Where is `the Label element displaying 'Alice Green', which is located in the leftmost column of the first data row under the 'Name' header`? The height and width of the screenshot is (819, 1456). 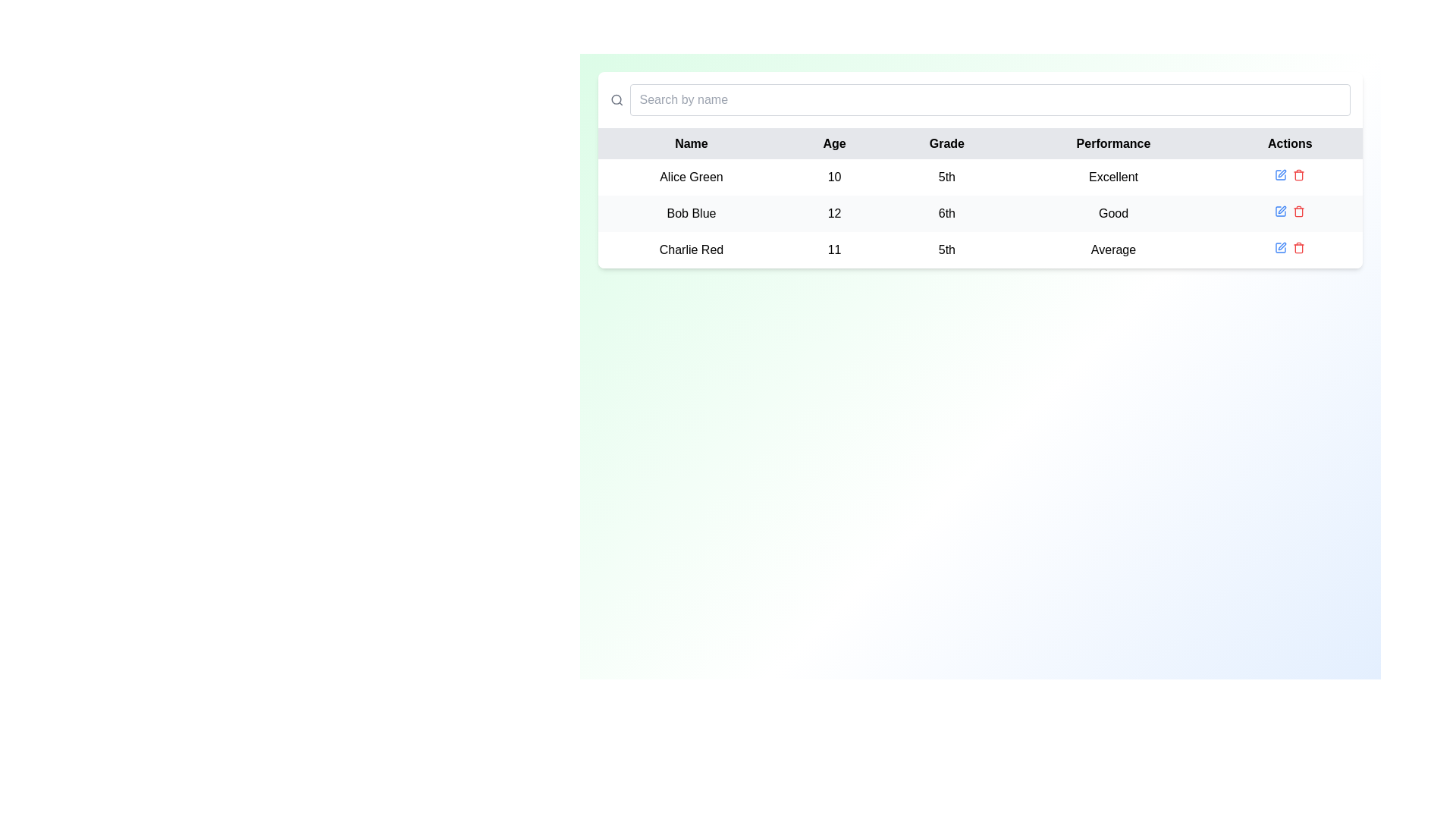 the Label element displaying 'Alice Green', which is located in the leftmost column of the first data row under the 'Name' header is located at coordinates (691, 177).